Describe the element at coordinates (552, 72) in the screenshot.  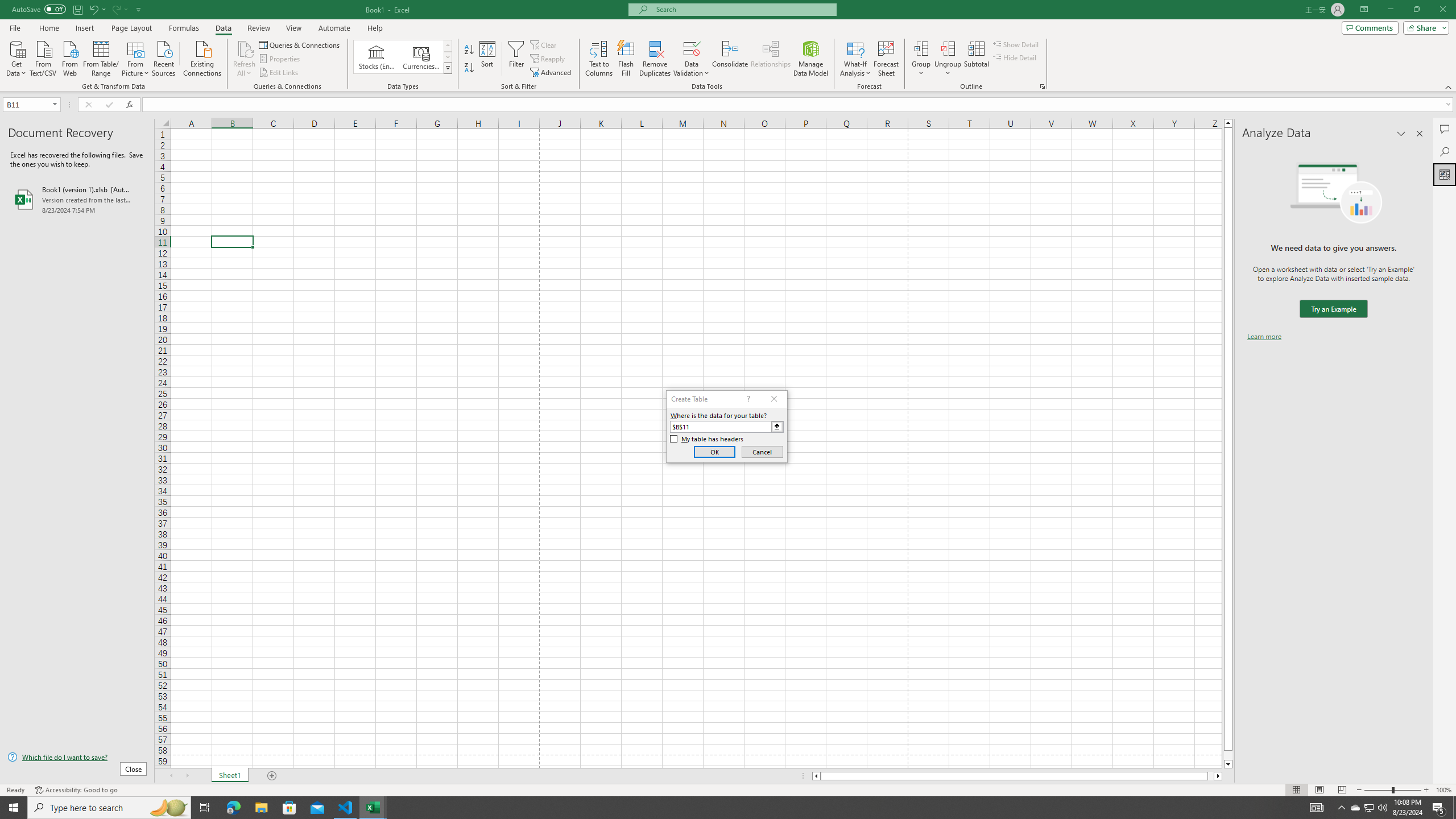
I see `'Advanced...'` at that location.